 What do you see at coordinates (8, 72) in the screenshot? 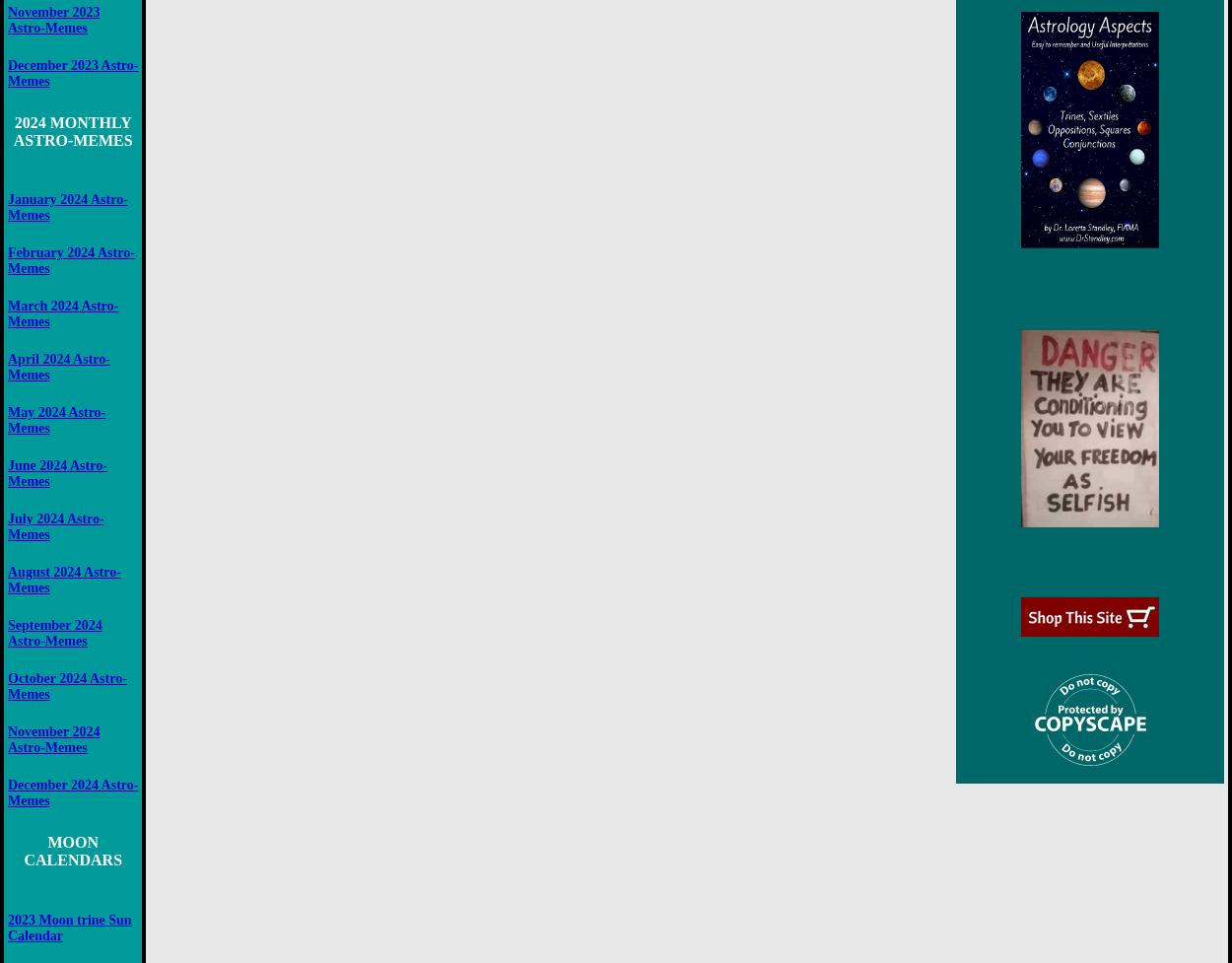
I see `'December 2023 Astro-Memes'` at bounding box center [8, 72].